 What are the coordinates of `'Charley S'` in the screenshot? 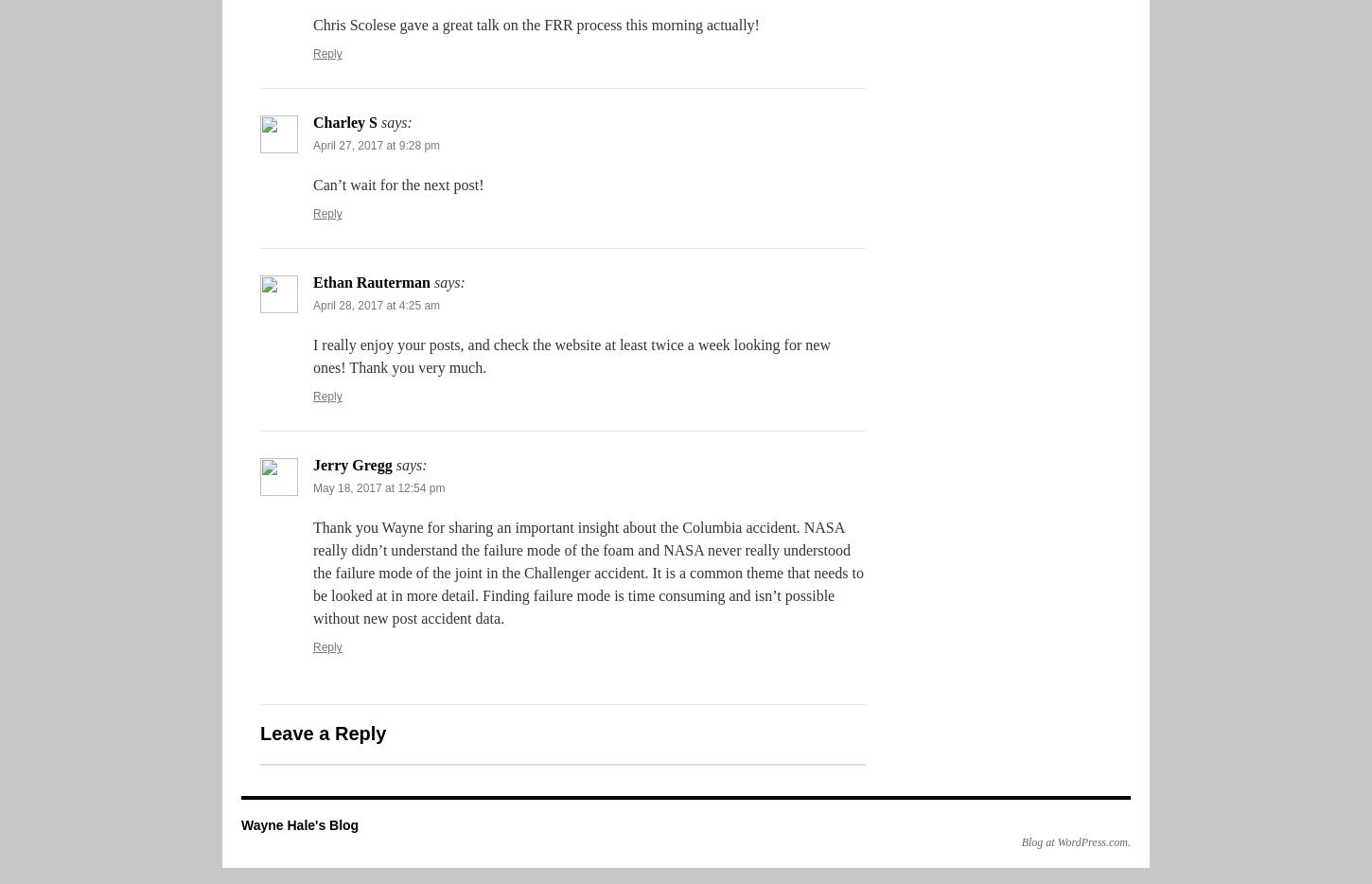 It's located at (343, 121).